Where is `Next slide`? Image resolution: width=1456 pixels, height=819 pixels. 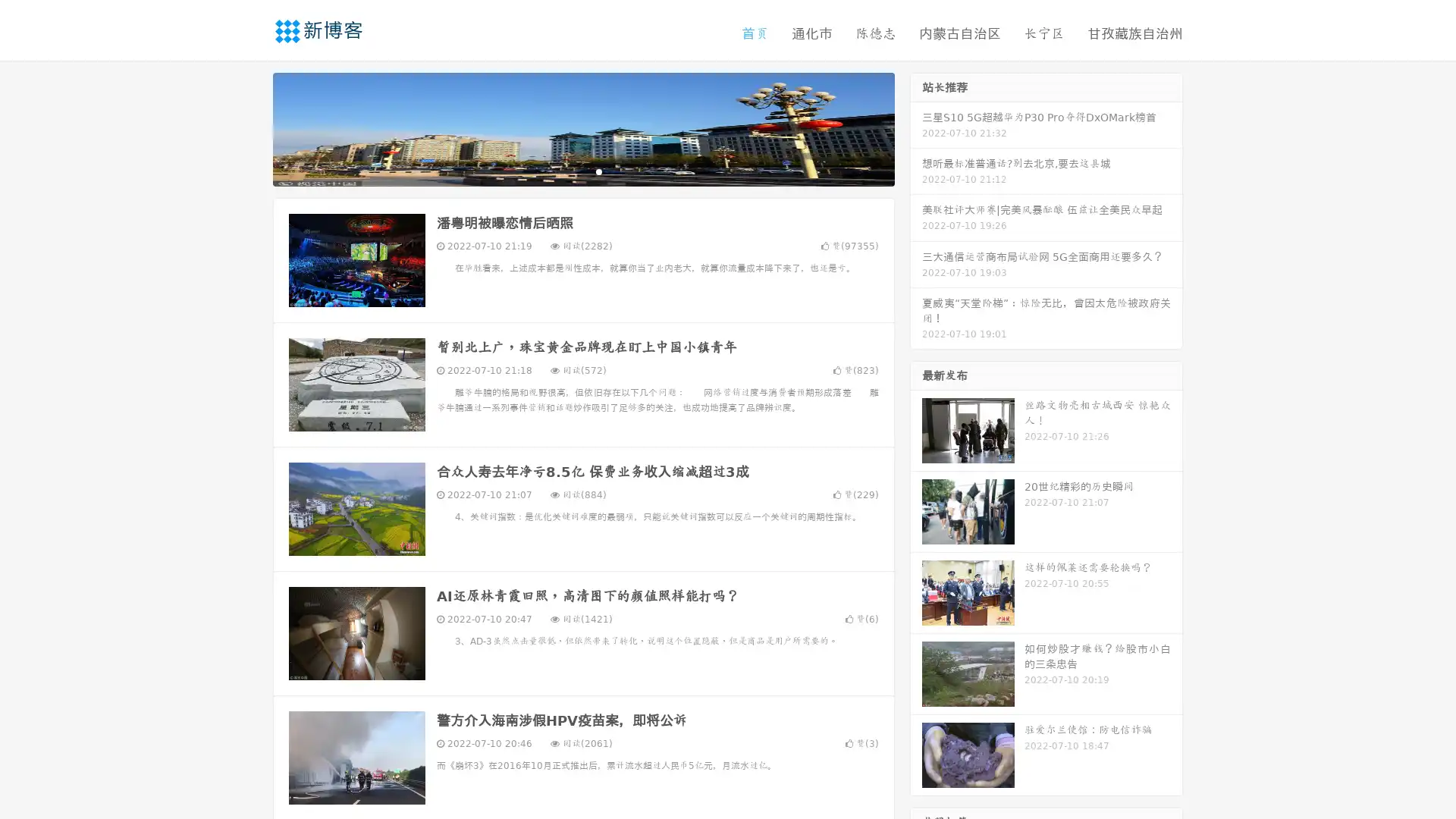
Next slide is located at coordinates (916, 127).